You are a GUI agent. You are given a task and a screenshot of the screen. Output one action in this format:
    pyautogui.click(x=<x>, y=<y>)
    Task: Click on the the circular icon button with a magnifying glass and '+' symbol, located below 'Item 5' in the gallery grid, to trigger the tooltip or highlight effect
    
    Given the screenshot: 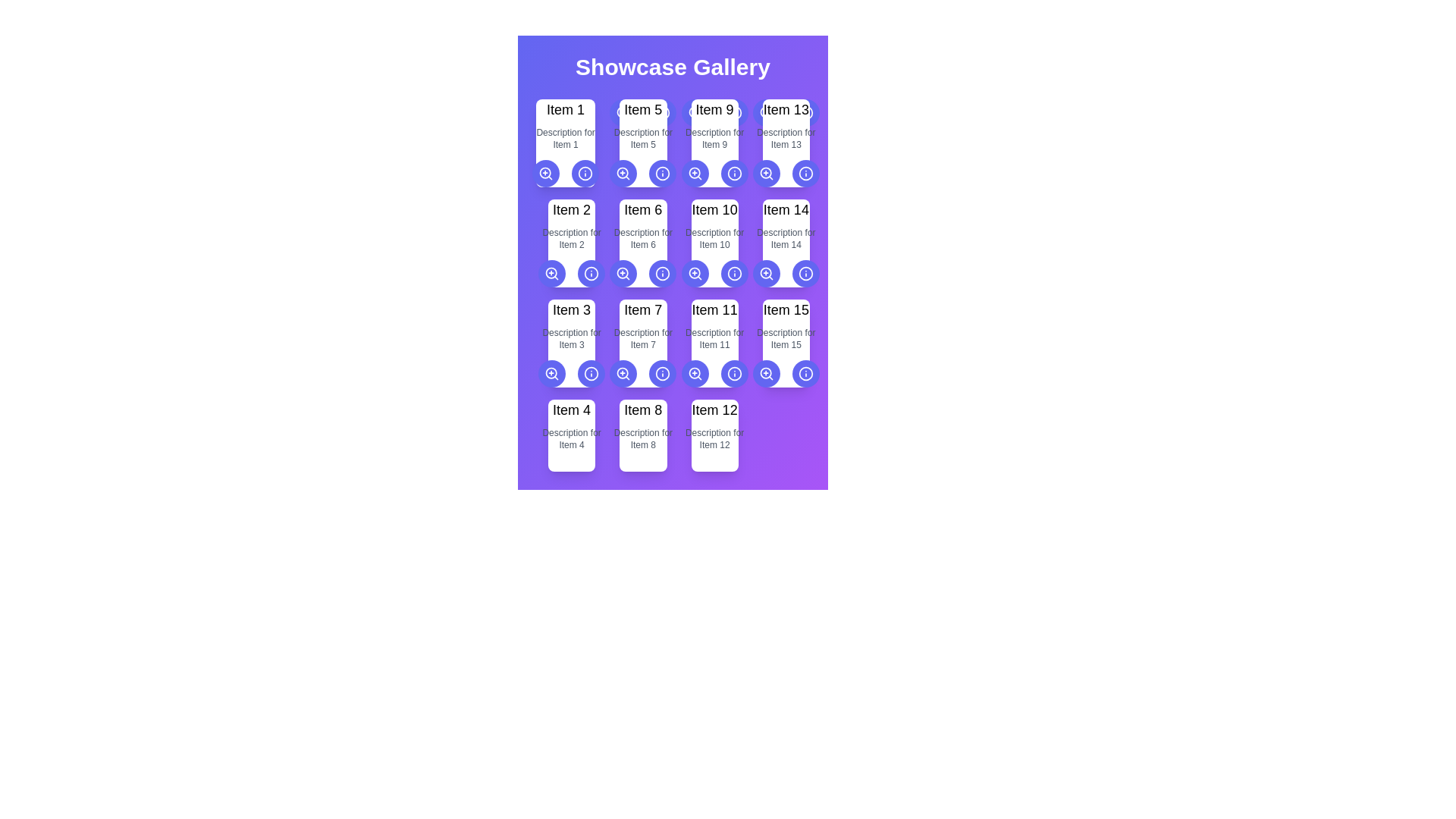 What is the action you would take?
    pyautogui.click(x=623, y=172)
    